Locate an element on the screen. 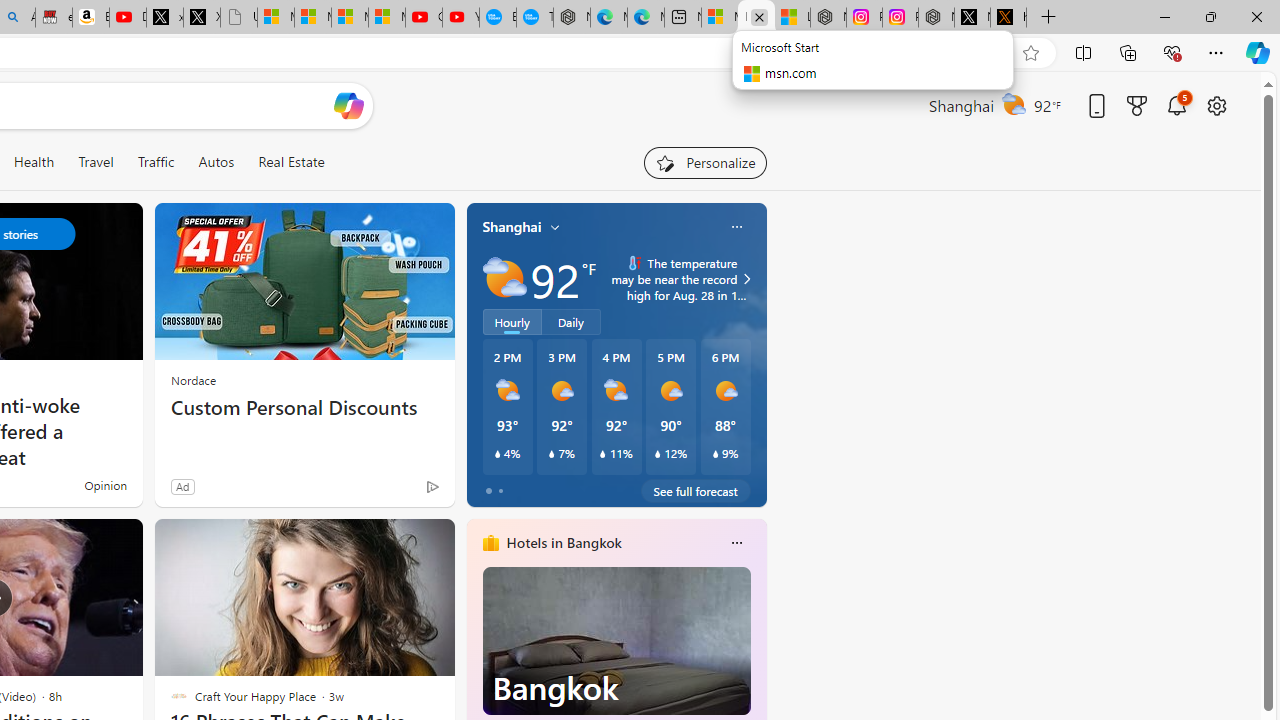 The image size is (1280, 720). 'See full forecast' is located at coordinates (695, 491).